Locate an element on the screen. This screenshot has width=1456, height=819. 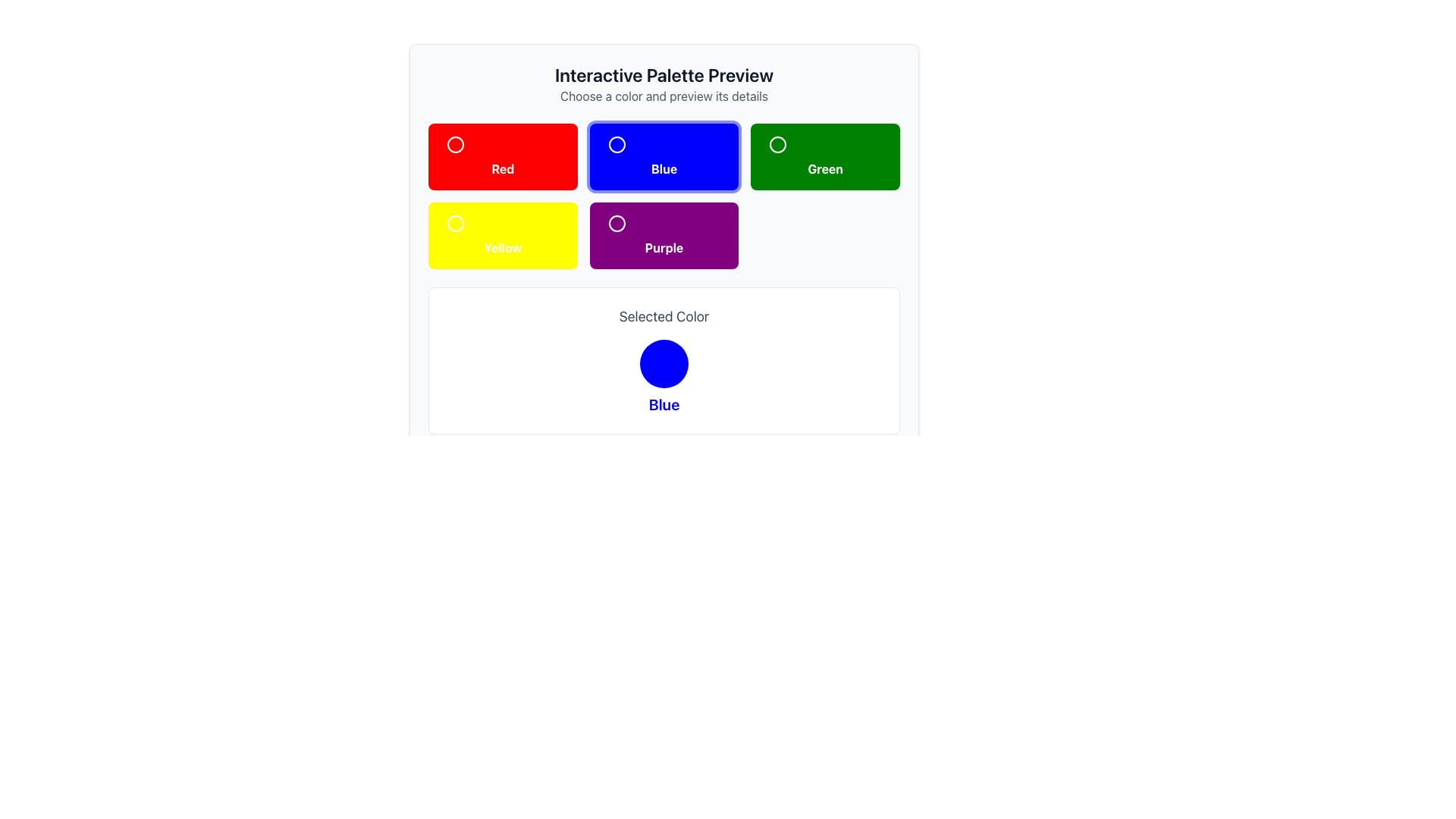
the visual state of the Circle SVG element indicating the selection status of the green button in the top right corner of the 'Interactive Palette Preview' is located at coordinates (778, 145).